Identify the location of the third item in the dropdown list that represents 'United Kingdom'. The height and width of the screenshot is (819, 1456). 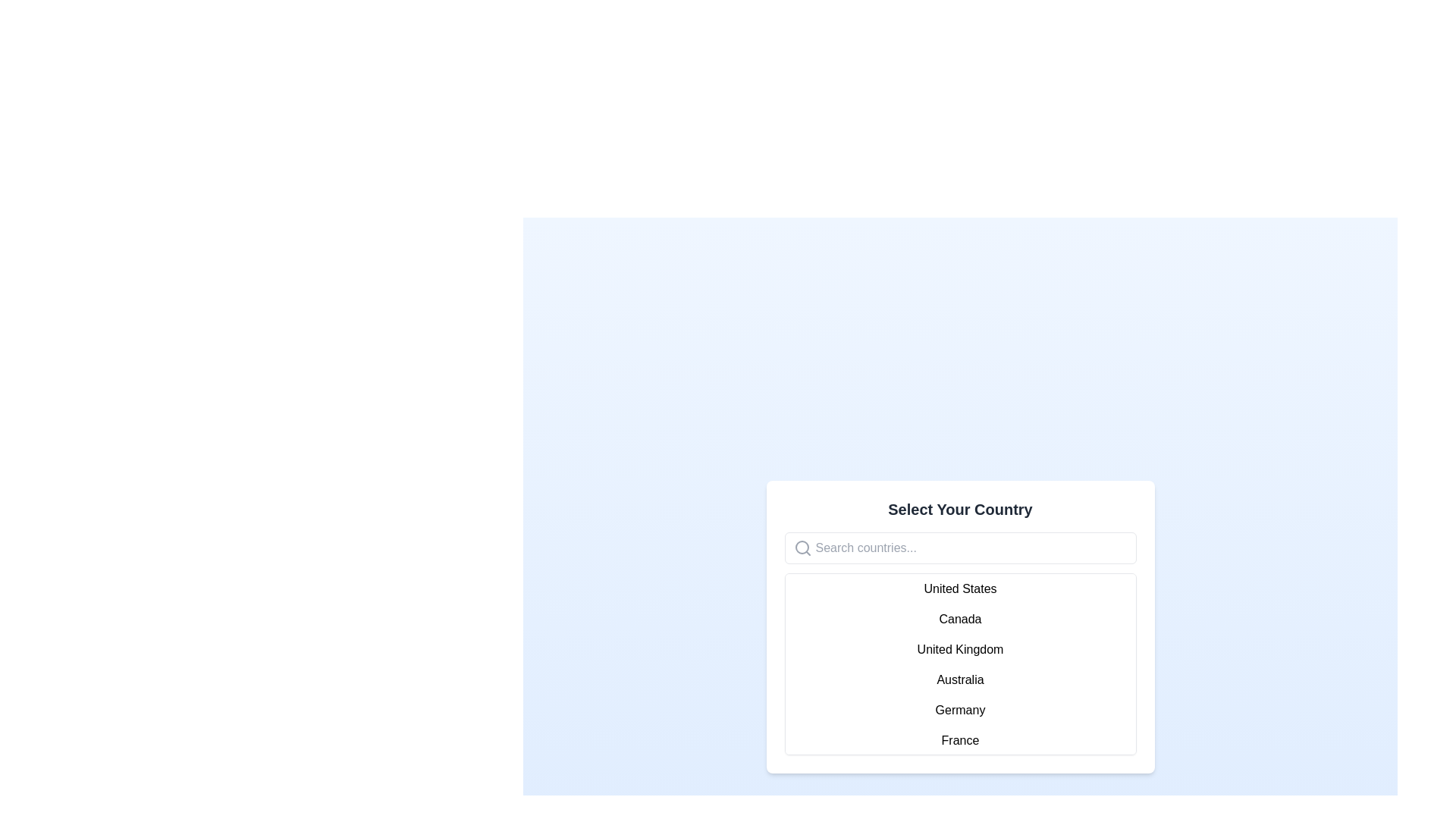
(959, 648).